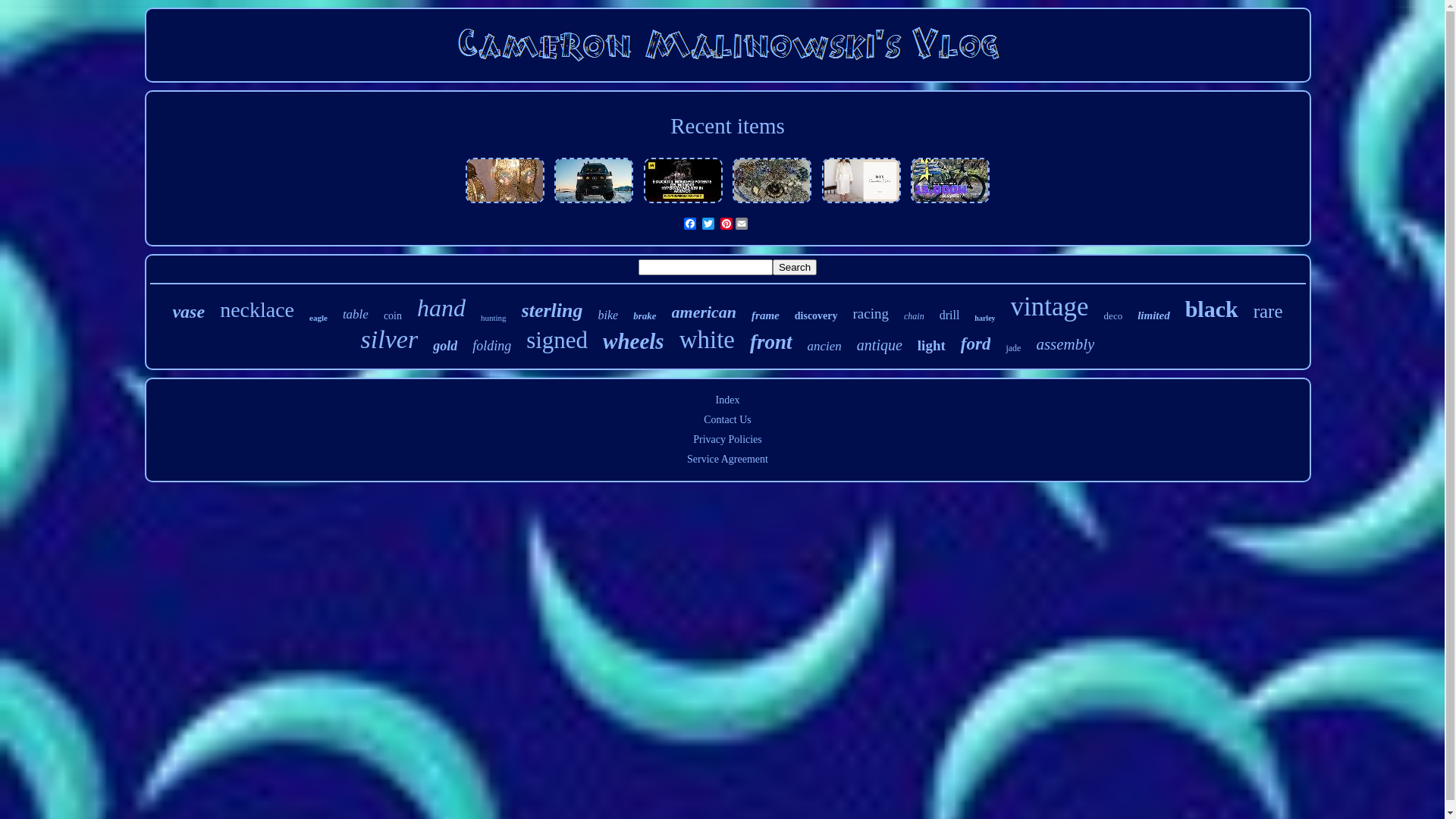 The width and height of the screenshot is (1456, 819). What do you see at coordinates (824, 346) in the screenshot?
I see `'ancien'` at bounding box center [824, 346].